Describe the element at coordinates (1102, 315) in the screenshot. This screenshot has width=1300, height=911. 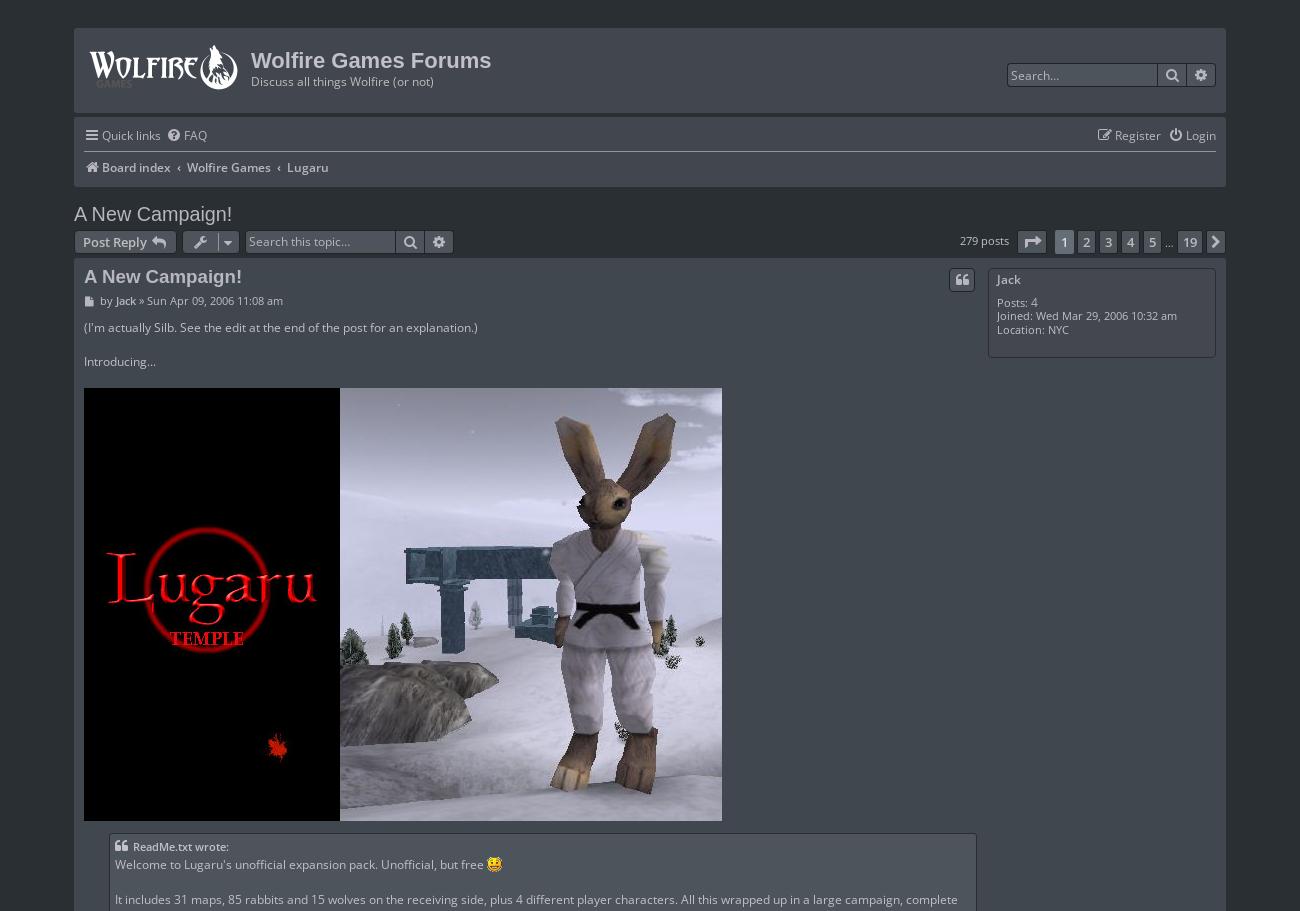
I see `'Wed Mar 29, 2006 10:32 am'` at that location.